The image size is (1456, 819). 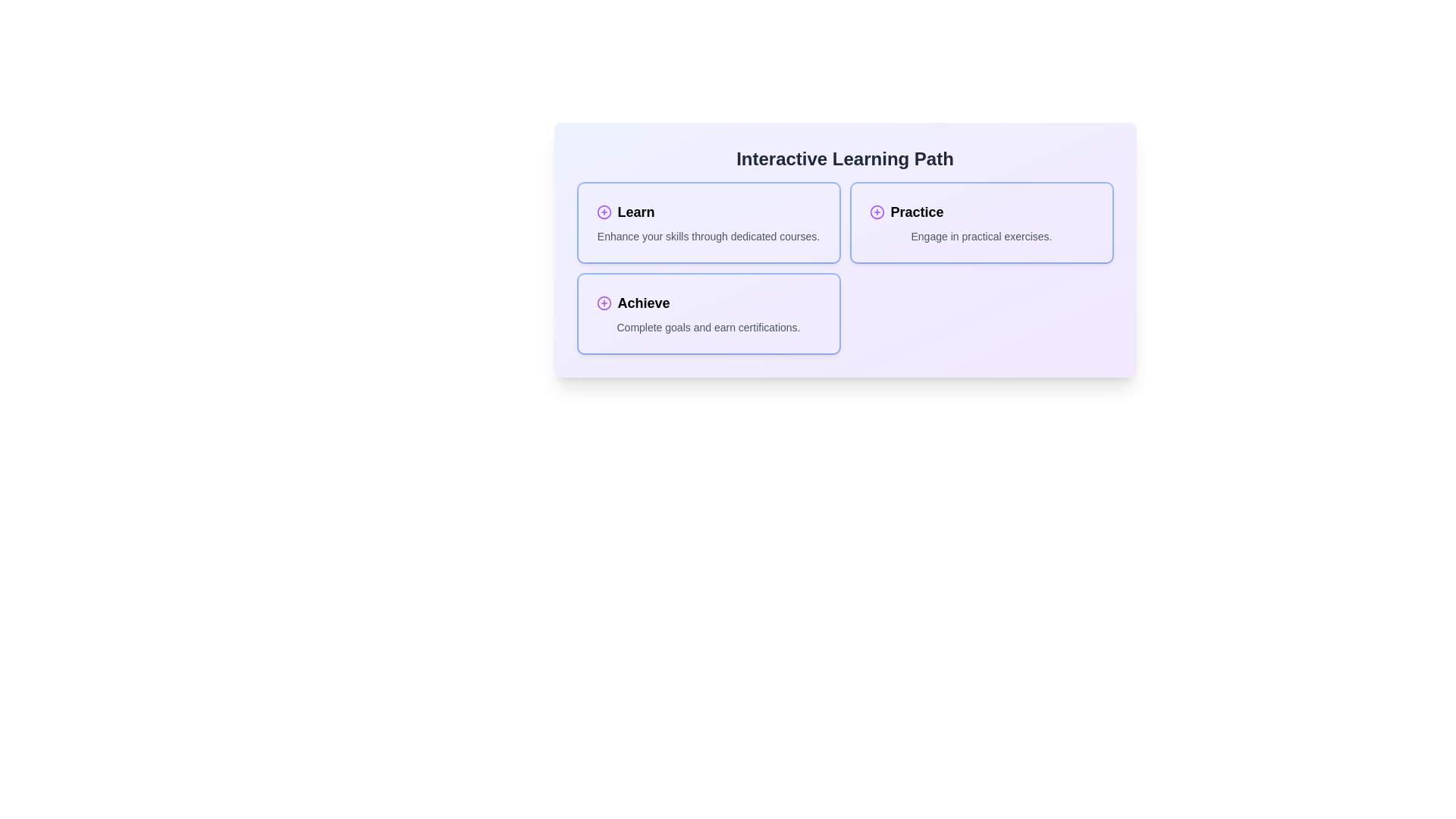 I want to click on the descriptive subtitle text located inside the 'Practice' card, which is positioned in the top-right section of the UI layout, so click(x=981, y=237).